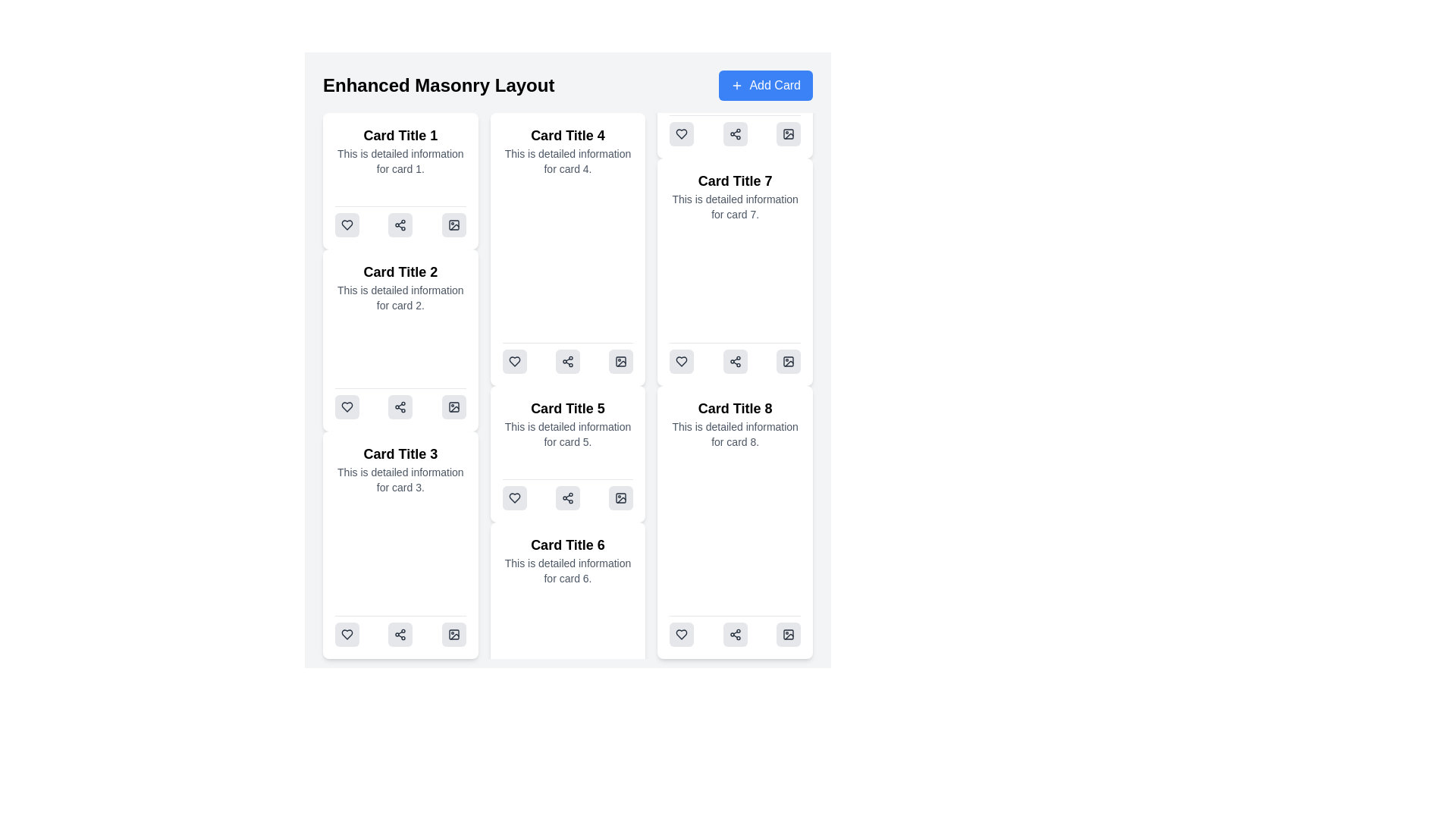 The image size is (1456, 819). Describe the element at coordinates (566, 358) in the screenshot. I see `the share icon located in the Toolbar with action buttons beneath the 'Card Title 4'` at that location.